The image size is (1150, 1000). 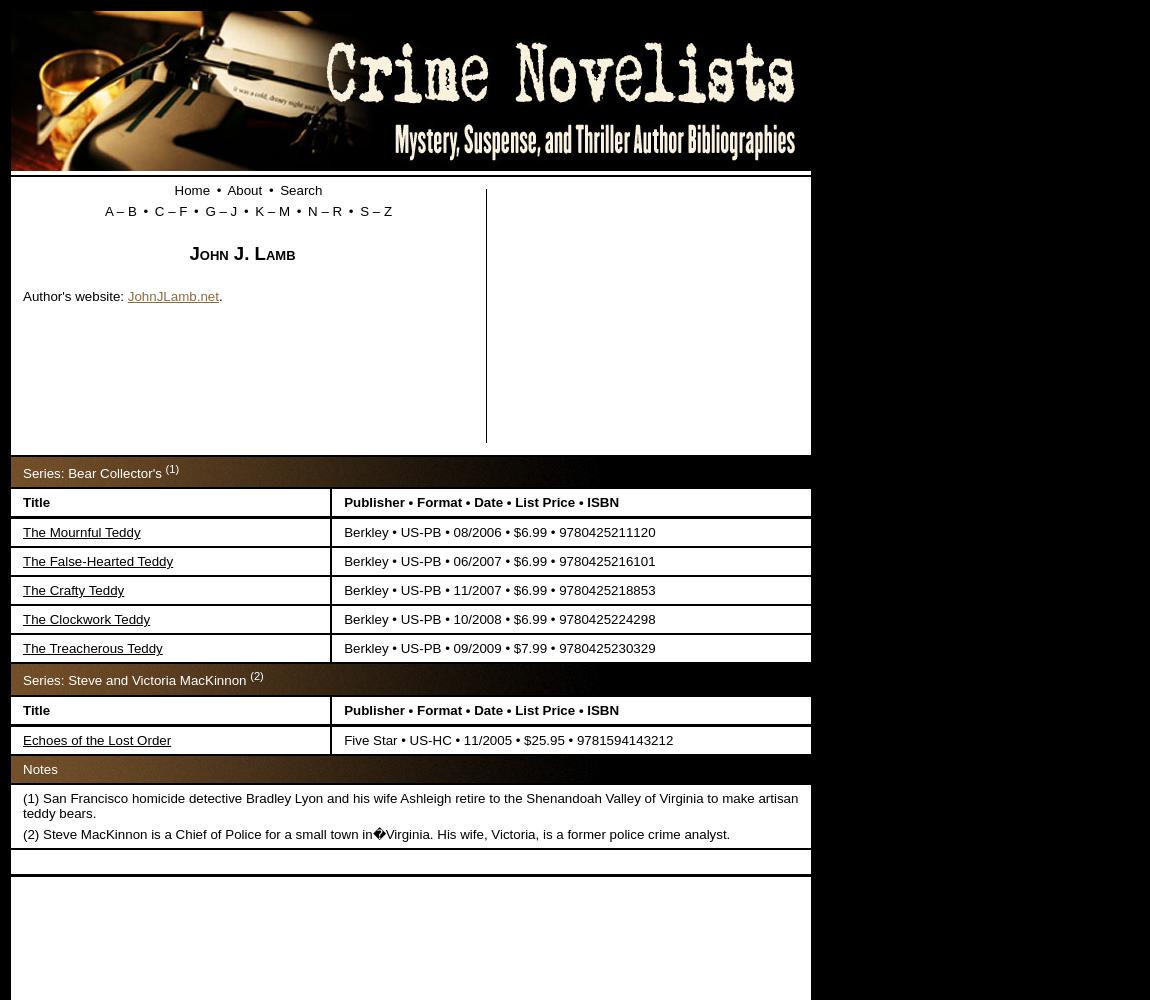 What do you see at coordinates (243, 189) in the screenshot?
I see `'About'` at bounding box center [243, 189].